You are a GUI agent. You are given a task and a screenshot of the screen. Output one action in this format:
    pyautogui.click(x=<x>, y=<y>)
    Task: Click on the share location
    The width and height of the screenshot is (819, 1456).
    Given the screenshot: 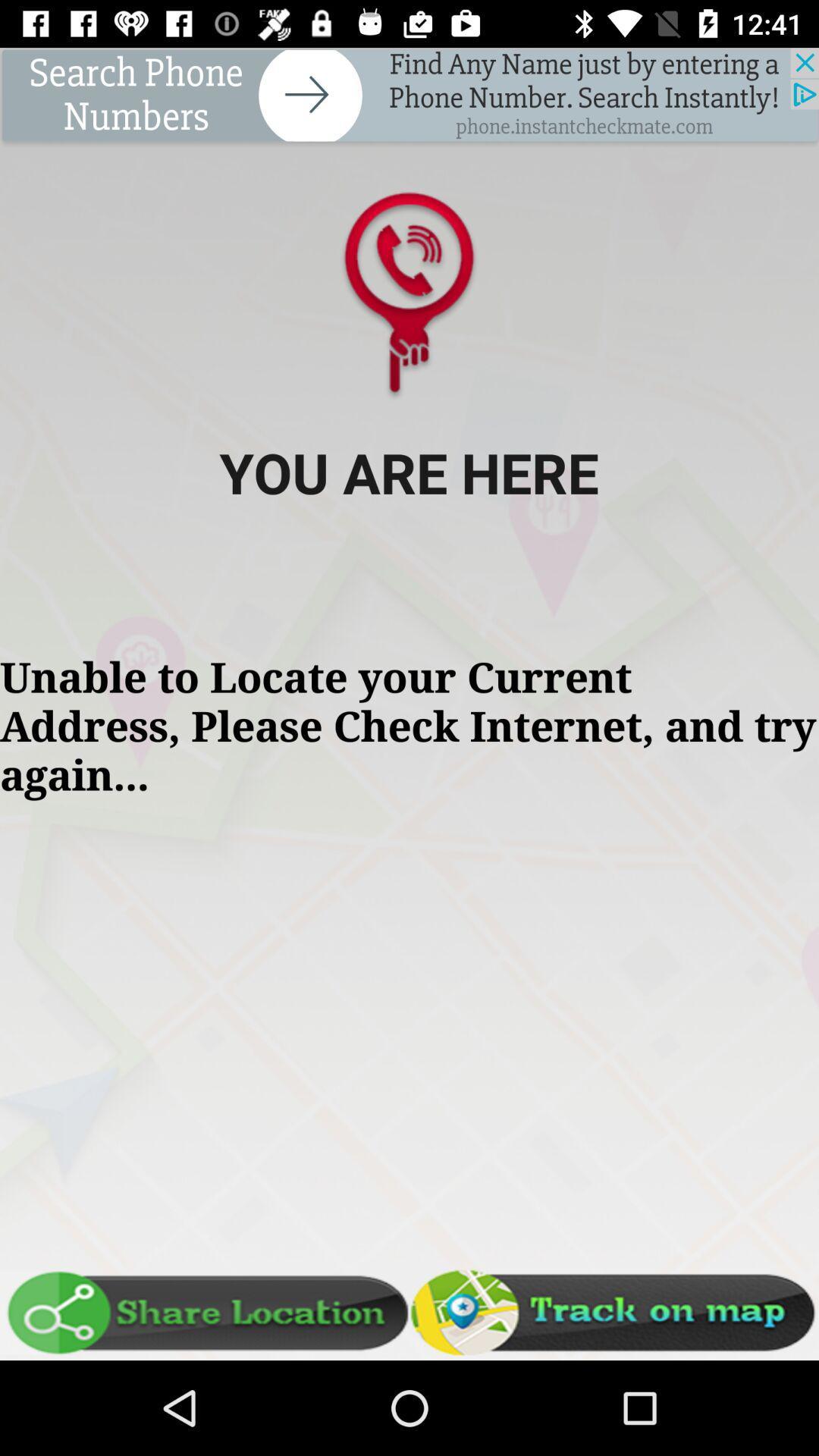 What is the action you would take?
    pyautogui.click(x=205, y=1312)
    